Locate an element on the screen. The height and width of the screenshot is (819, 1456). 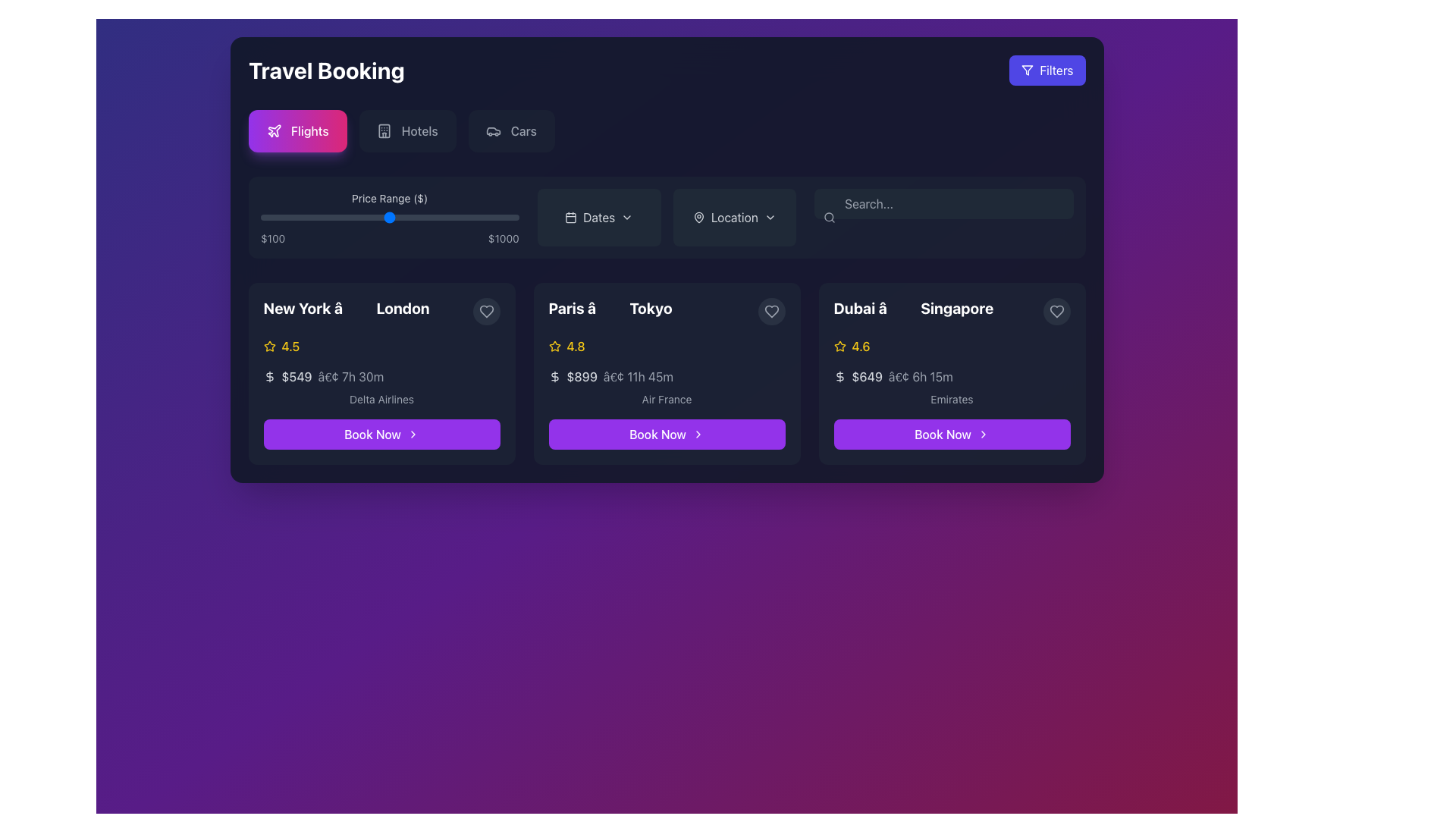
the text label reading 'Emirates', which is a medium gray colored label on a dark background, positioned below the price and duration information in the flight route card from Dubai to Singapore is located at coordinates (951, 399).